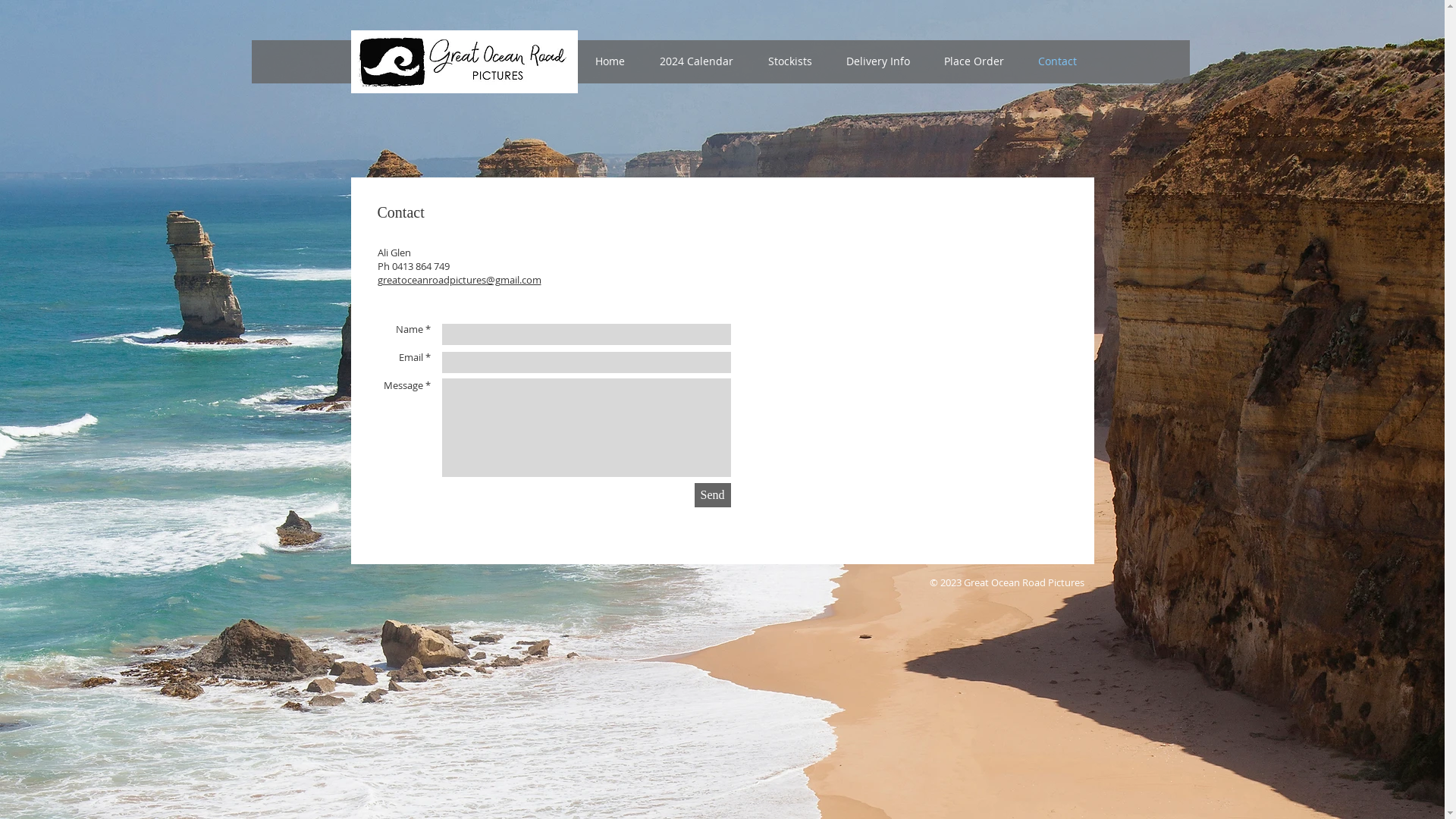 This screenshot has height=819, width=1456. I want to click on 'Place Order', so click(973, 61).